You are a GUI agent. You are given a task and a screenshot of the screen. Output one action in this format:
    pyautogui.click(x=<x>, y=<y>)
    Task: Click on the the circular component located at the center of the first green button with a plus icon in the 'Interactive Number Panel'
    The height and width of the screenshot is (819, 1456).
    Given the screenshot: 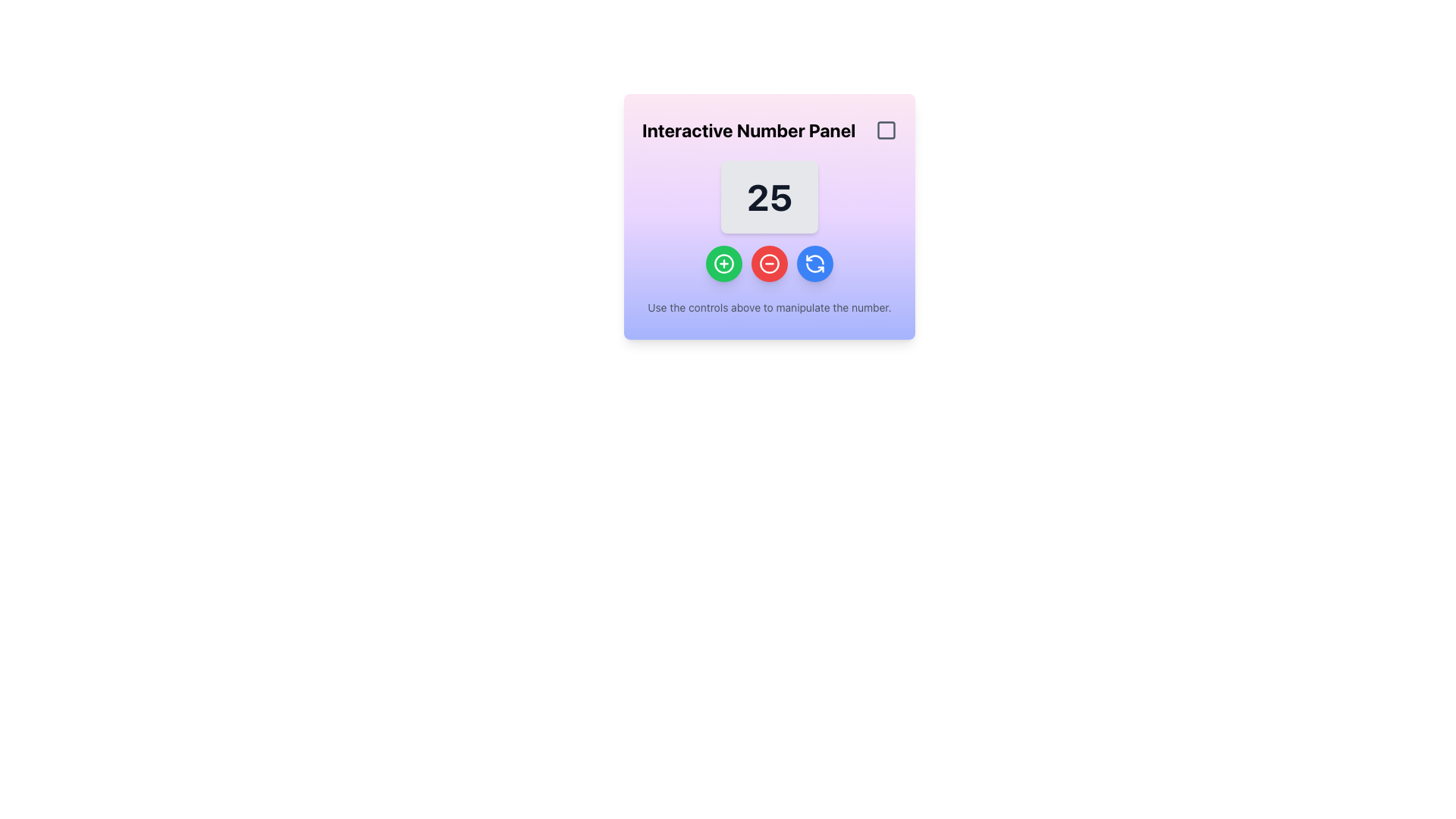 What is the action you would take?
    pyautogui.click(x=723, y=262)
    